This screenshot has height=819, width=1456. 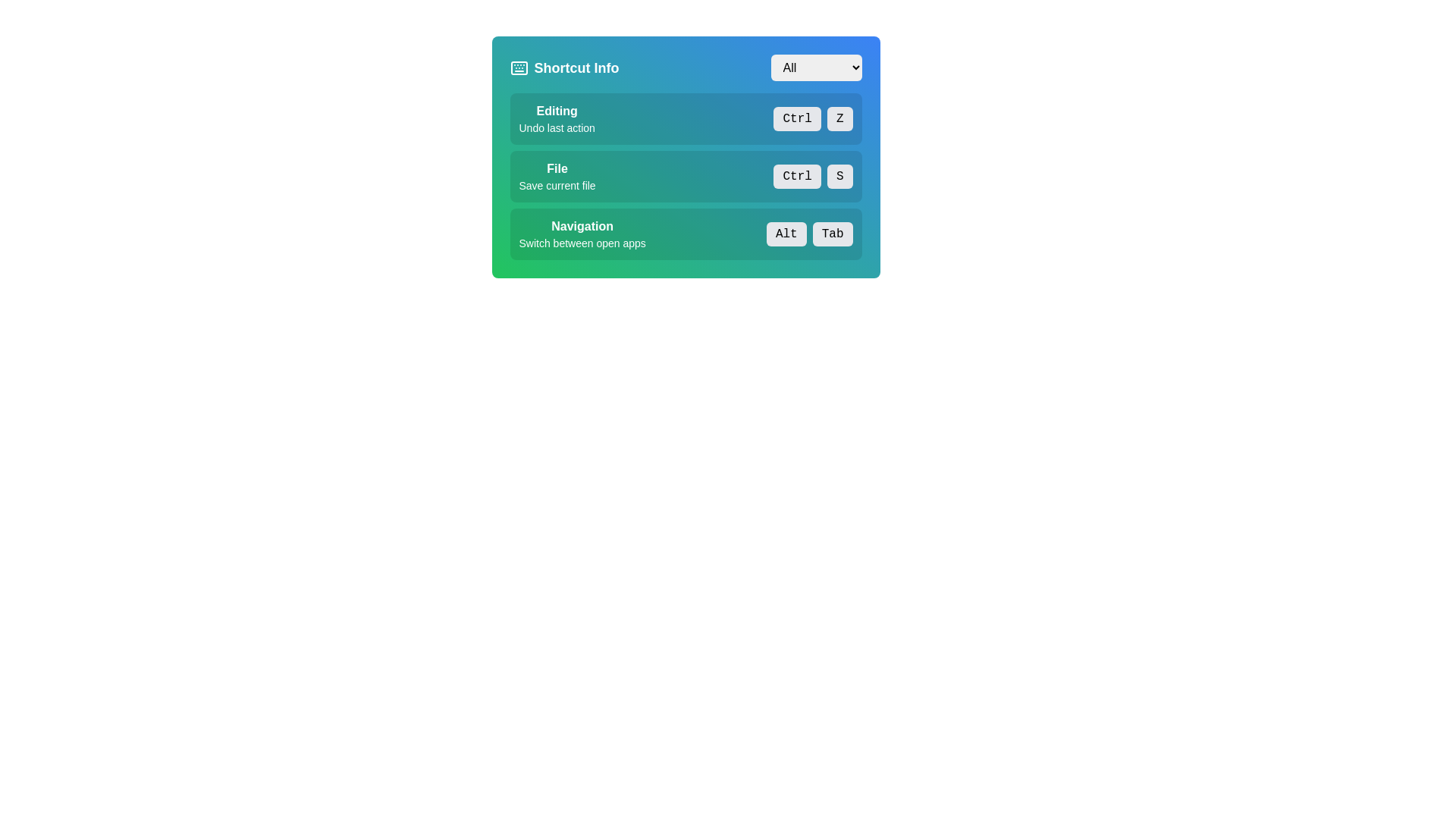 I want to click on the 'Undo last action' text label, which is styled in a smaller font and located below the 'Editing' heading, centered in the application interface, so click(x=556, y=127).